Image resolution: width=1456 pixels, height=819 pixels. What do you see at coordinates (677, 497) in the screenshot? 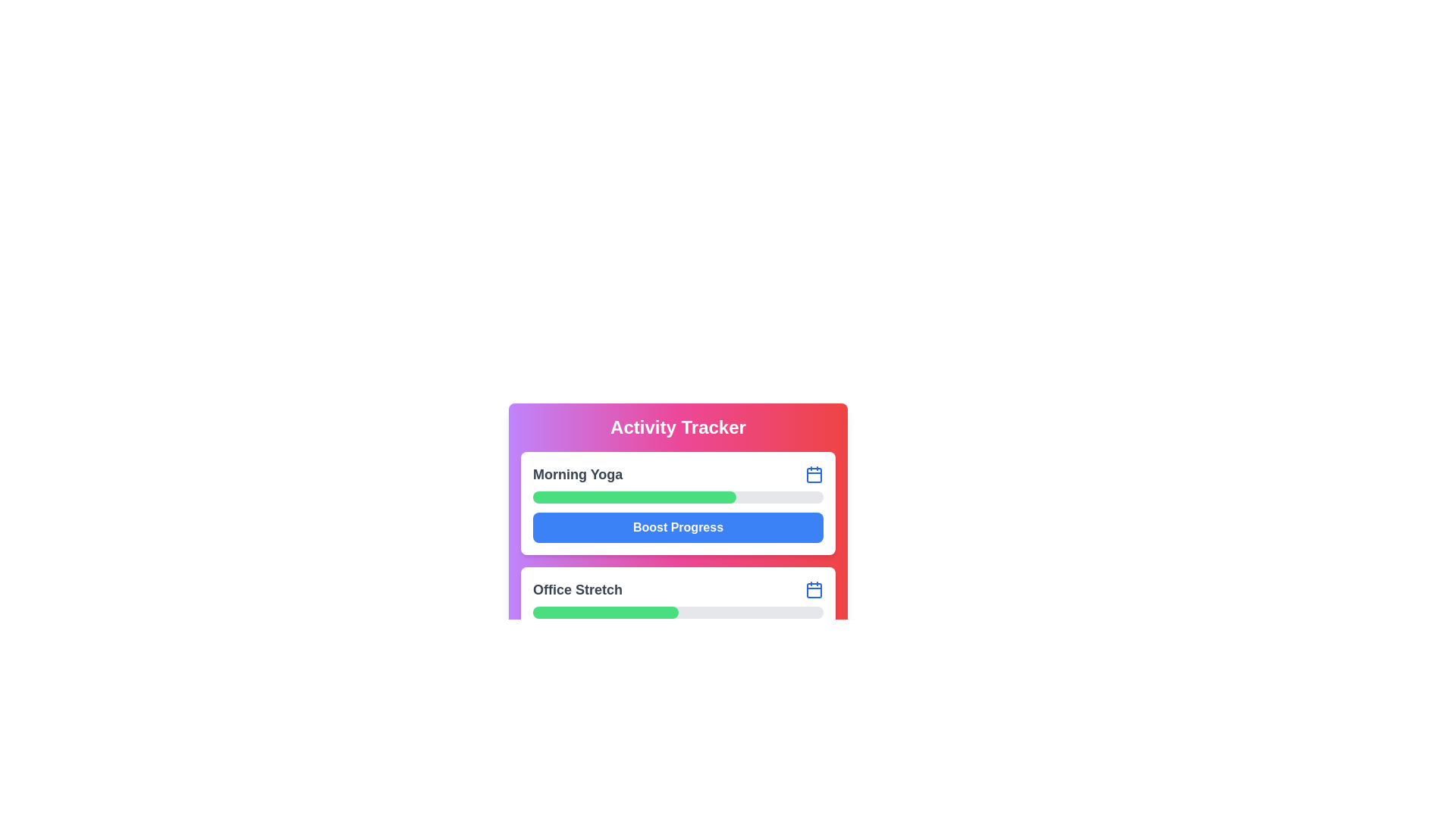
I see `the progress bar representing the completion of the 'Morning Yoga' activity, which shows a 70% completion rate and is located below the 'Morning Yoga' label and above the 'Boost Progress' button` at bounding box center [677, 497].